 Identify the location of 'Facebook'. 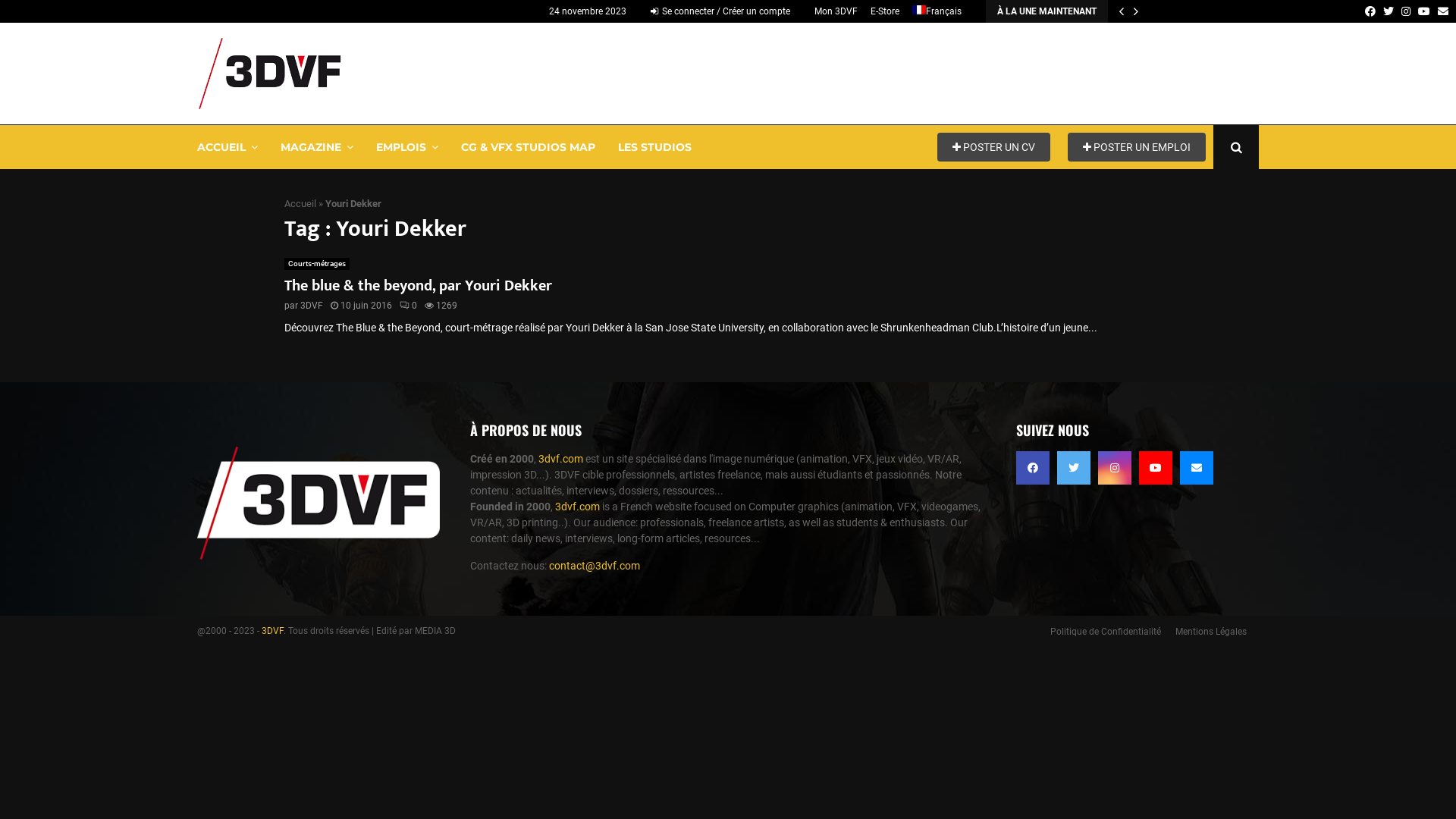
(1032, 467).